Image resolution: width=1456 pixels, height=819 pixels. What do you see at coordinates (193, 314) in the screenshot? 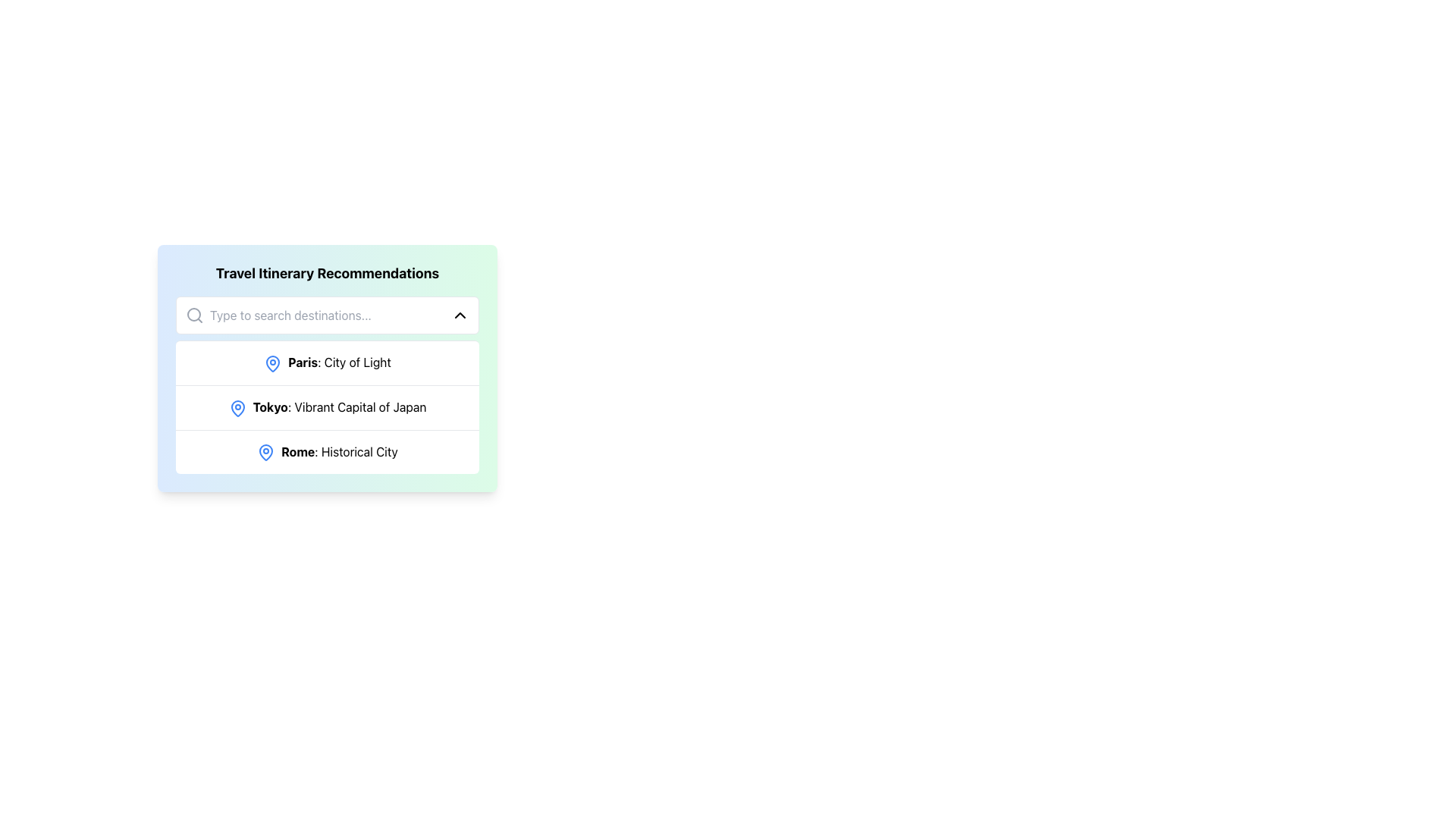
I see `the Circle SVG element that forms part of the search icon, which is located to the left of the search bar` at bounding box center [193, 314].